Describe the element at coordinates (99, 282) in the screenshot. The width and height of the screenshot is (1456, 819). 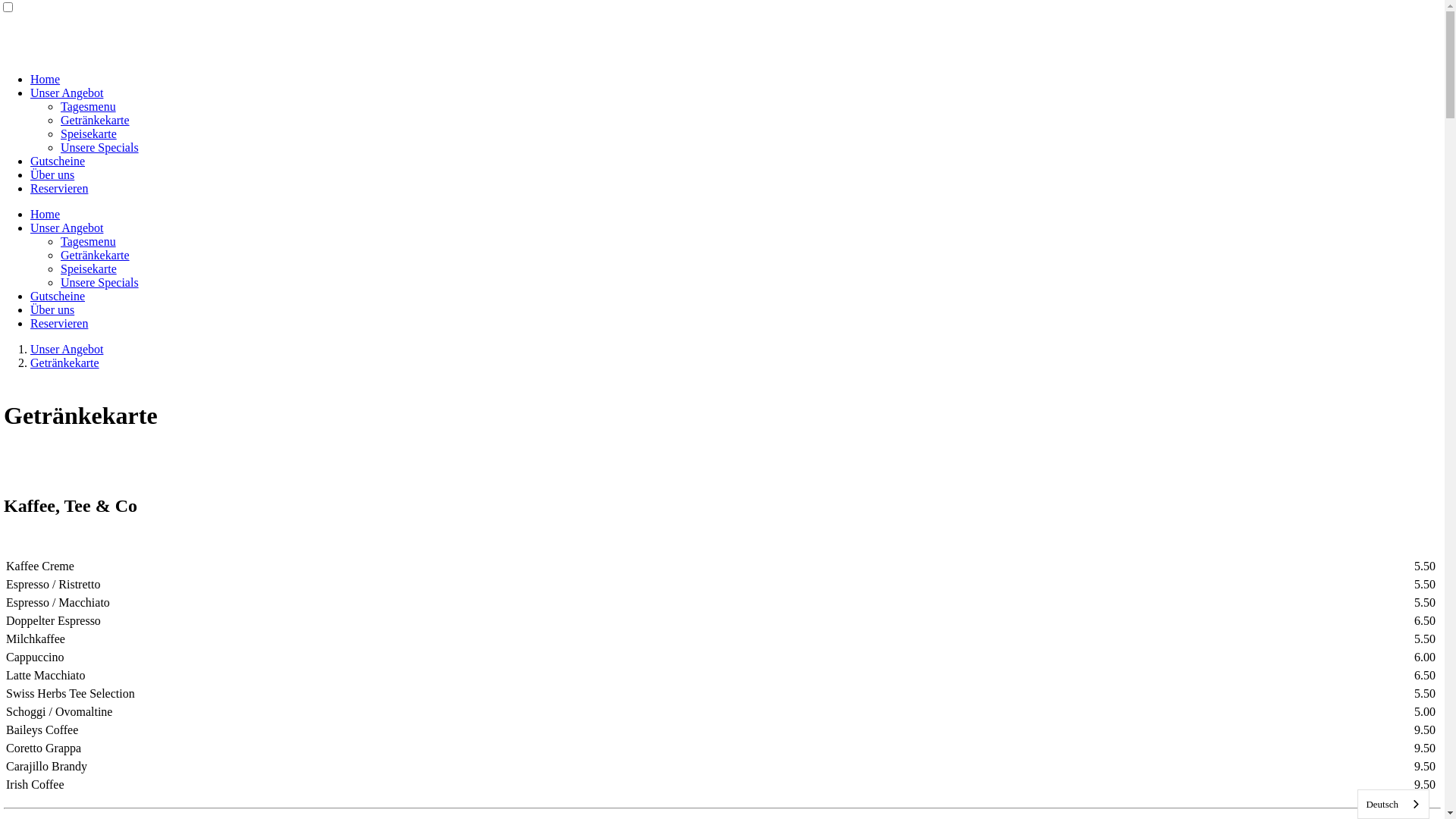
I see `'Unsere Specials'` at that location.